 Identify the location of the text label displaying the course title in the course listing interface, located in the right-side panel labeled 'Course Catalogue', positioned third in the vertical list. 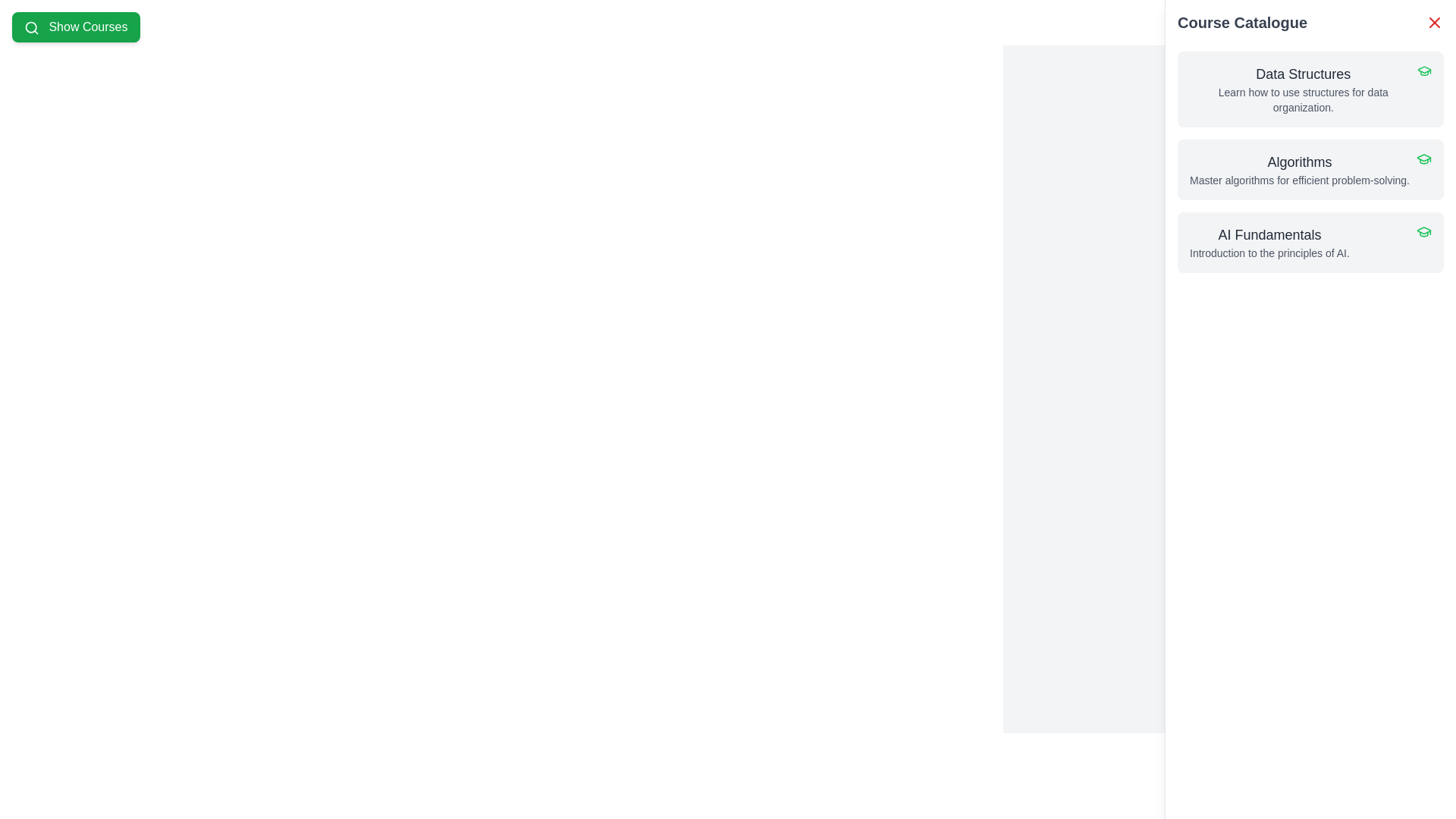
(1269, 234).